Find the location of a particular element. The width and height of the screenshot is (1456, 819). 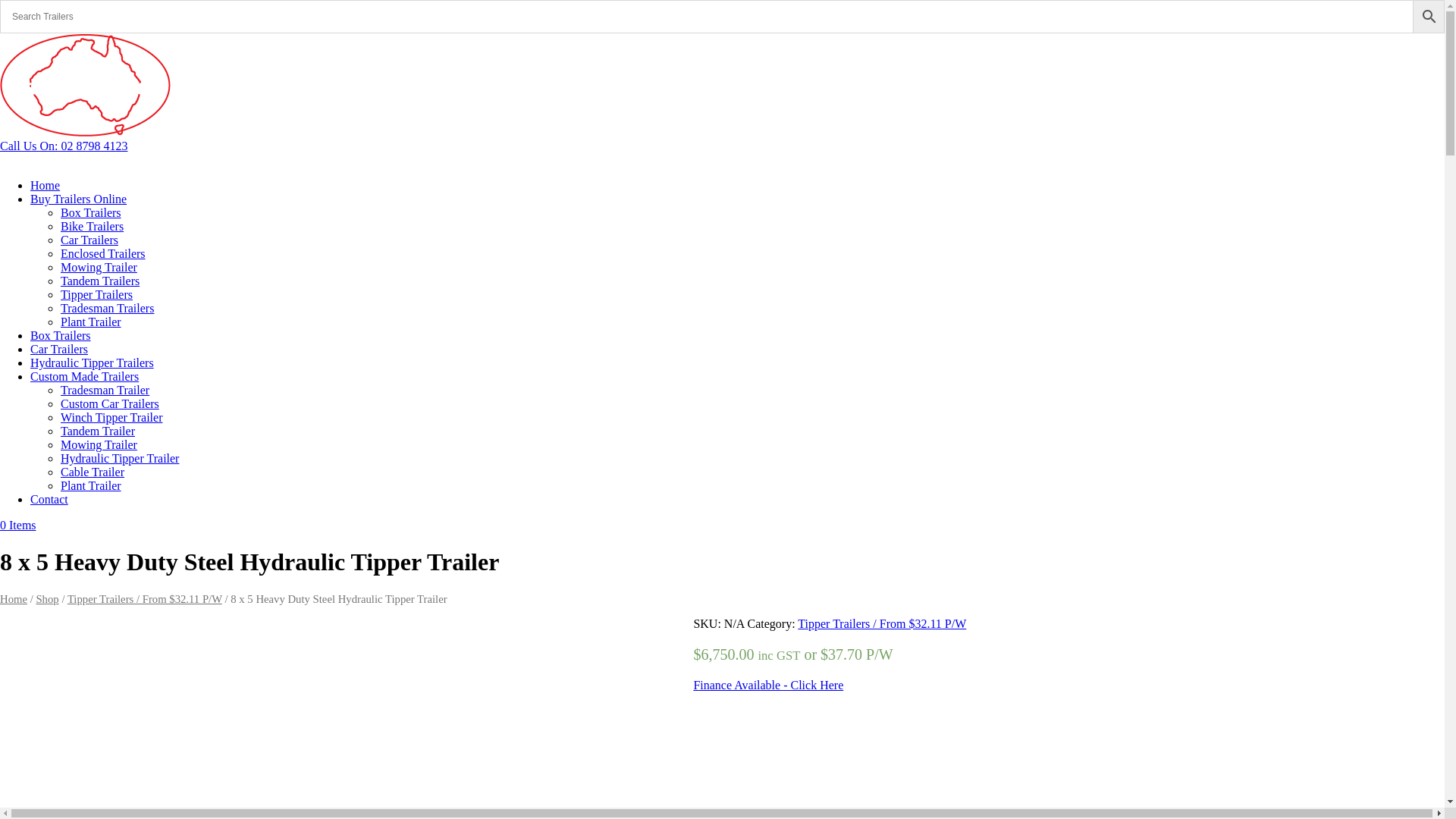

'Tradesman Trailer' is located at coordinates (61, 389).